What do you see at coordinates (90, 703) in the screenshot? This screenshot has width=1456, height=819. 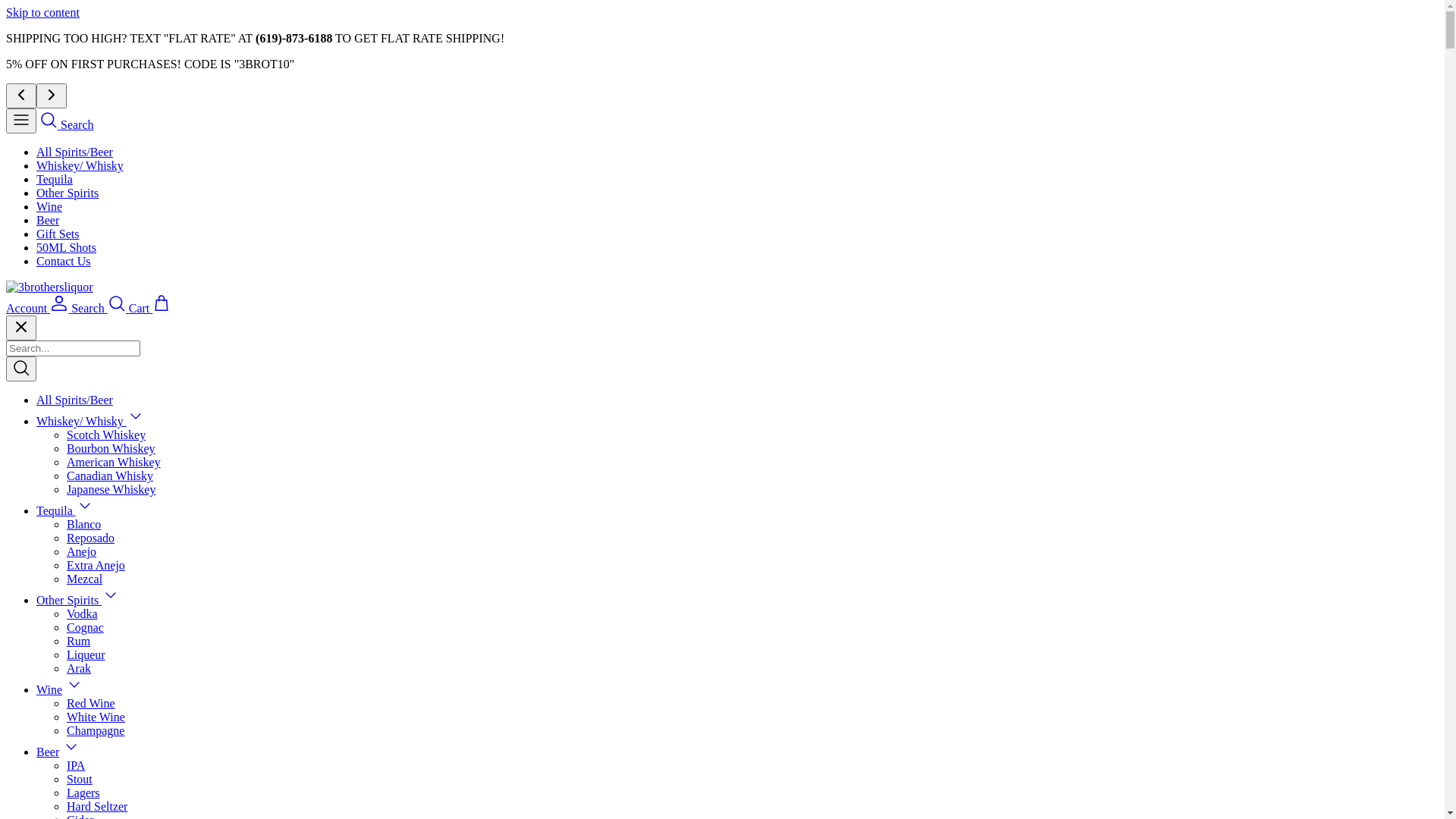 I see `'Red Wine'` at bounding box center [90, 703].